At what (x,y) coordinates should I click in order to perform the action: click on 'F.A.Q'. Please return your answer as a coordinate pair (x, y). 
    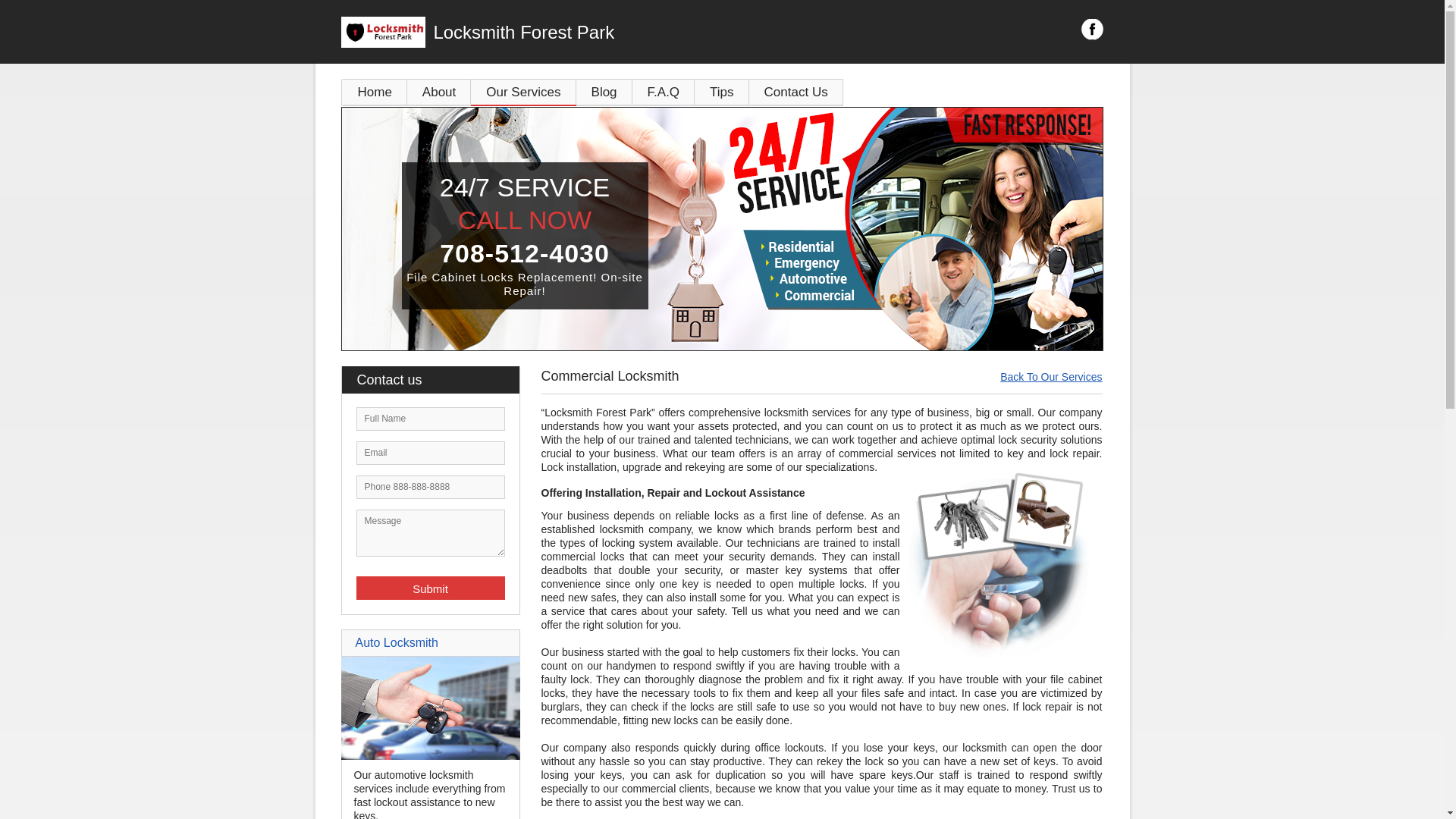
    Looking at the image, I should click on (664, 92).